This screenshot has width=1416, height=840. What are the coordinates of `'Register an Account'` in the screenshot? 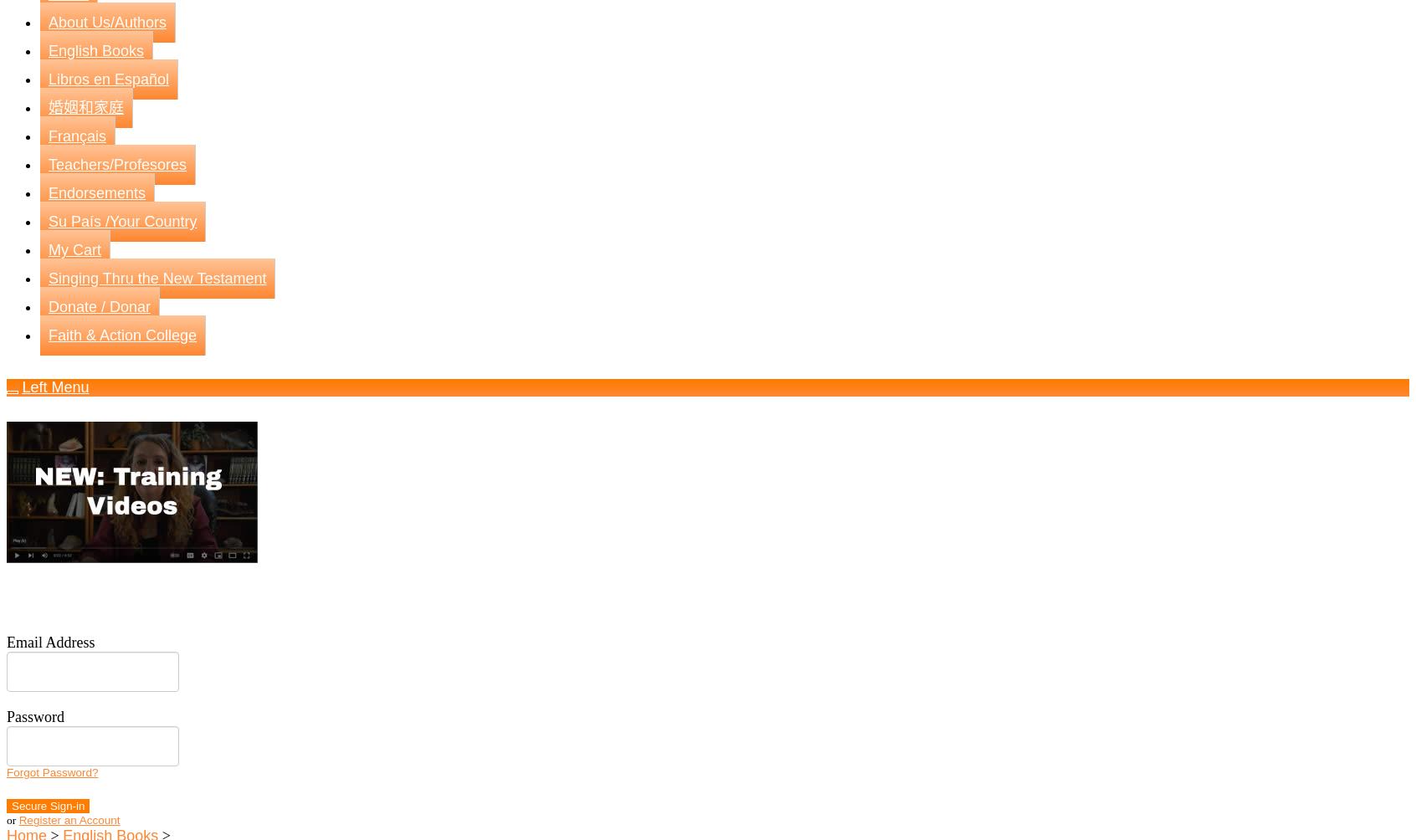 It's located at (69, 819).